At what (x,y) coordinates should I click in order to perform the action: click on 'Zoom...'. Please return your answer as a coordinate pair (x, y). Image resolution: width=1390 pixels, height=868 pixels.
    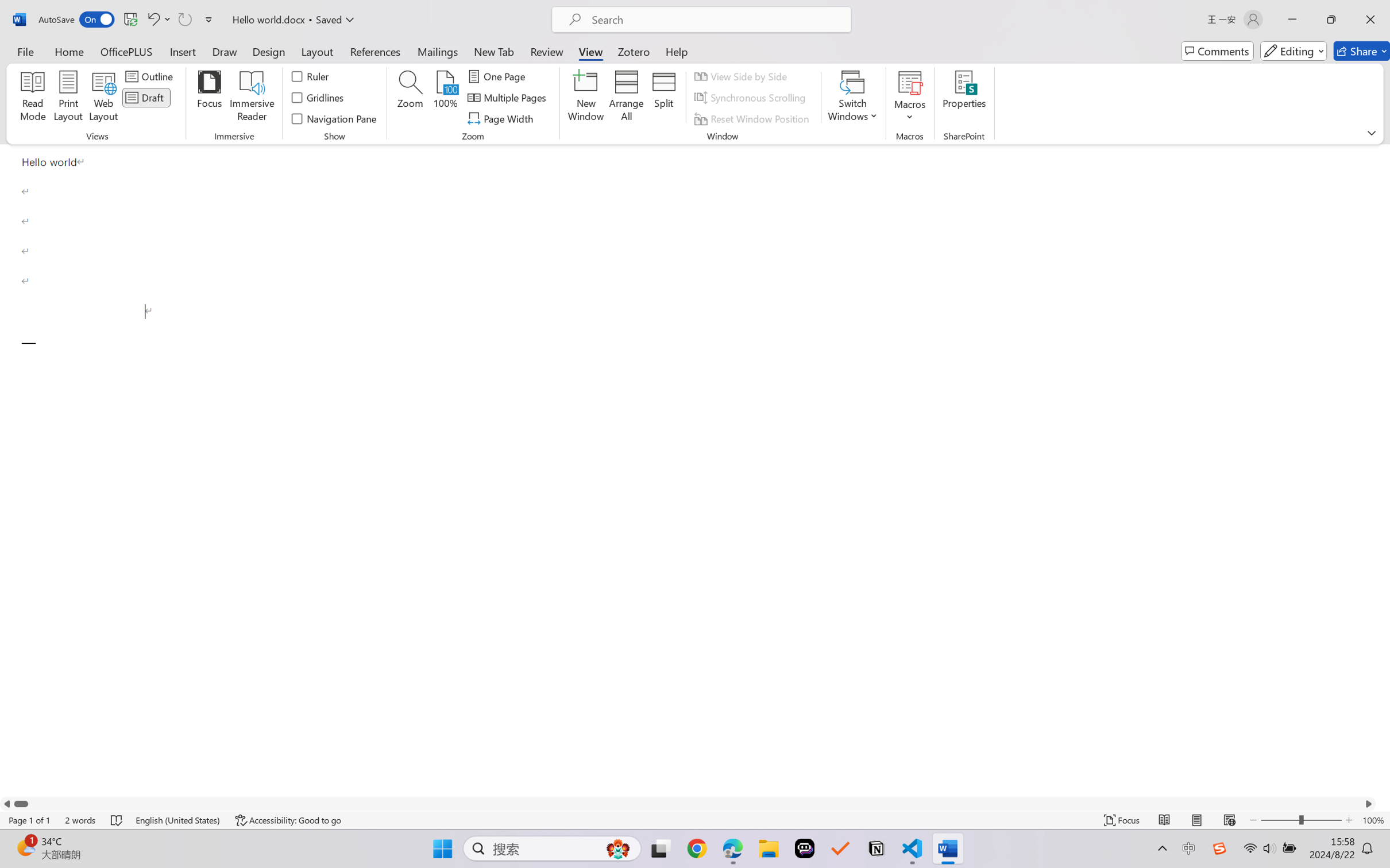
    Looking at the image, I should click on (410, 98).